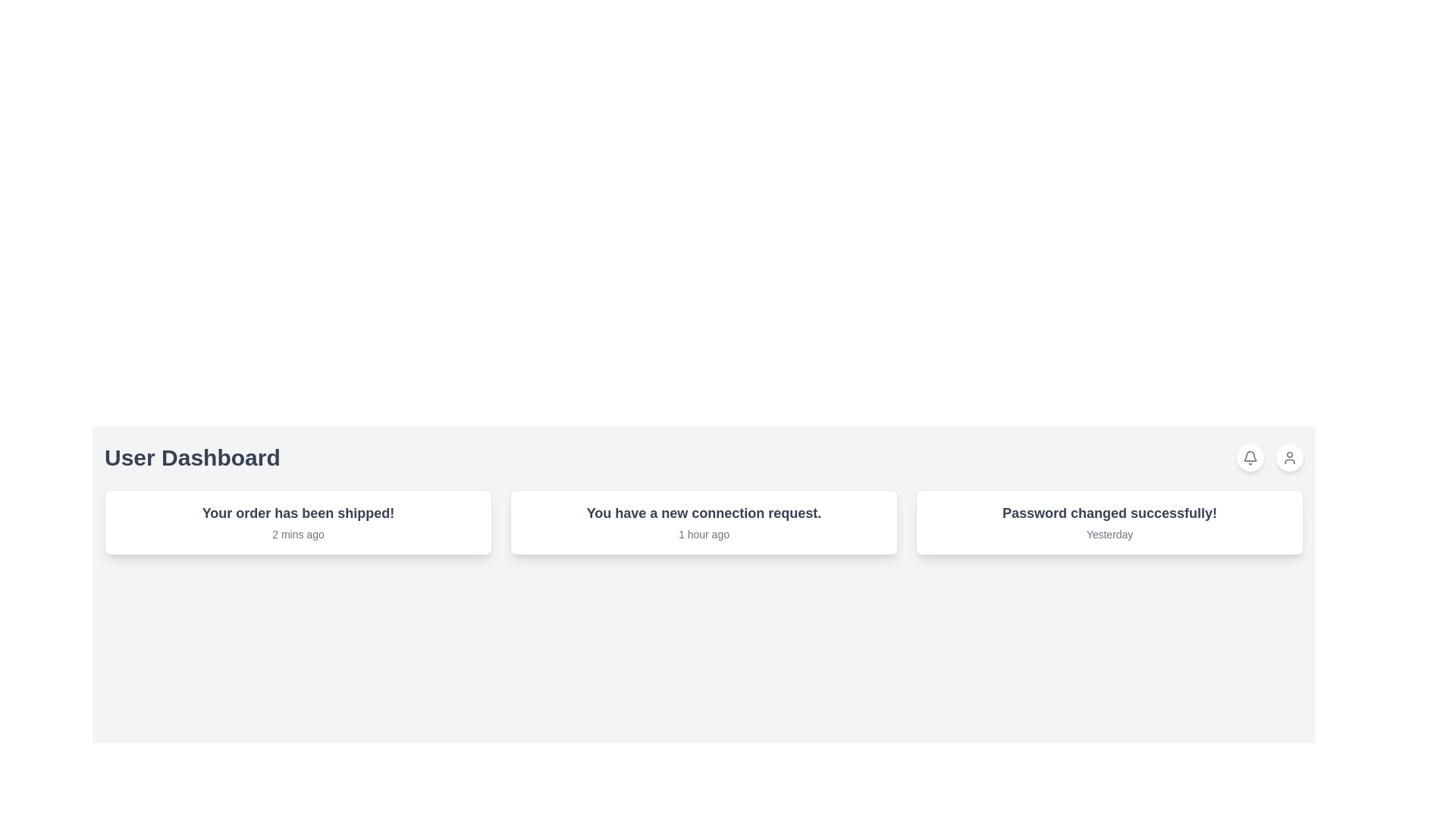  I want to click on shipping status notification text displayed in the card-like structure located on the left side of the three horizontally aligned cards, positioned above the timestamp '2 mins ago', so click(298, 513).